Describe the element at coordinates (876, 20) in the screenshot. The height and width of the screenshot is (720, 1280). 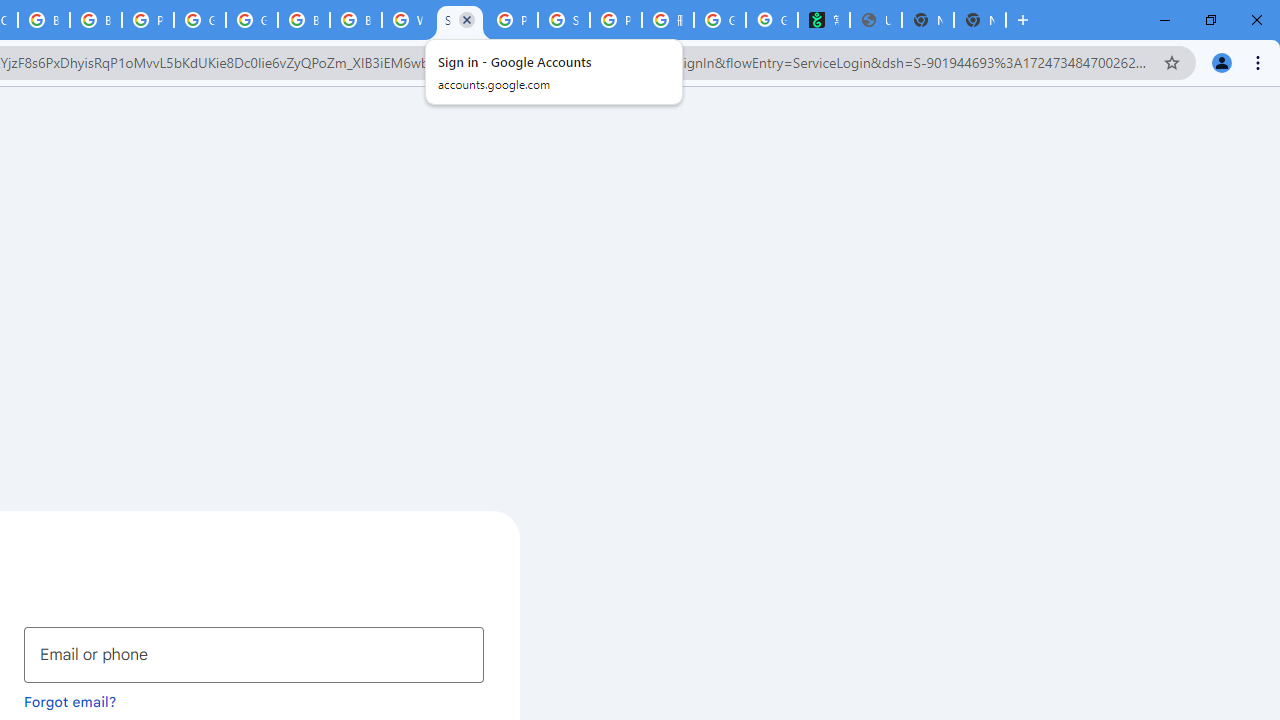
I see `'Untitled'` at that location.